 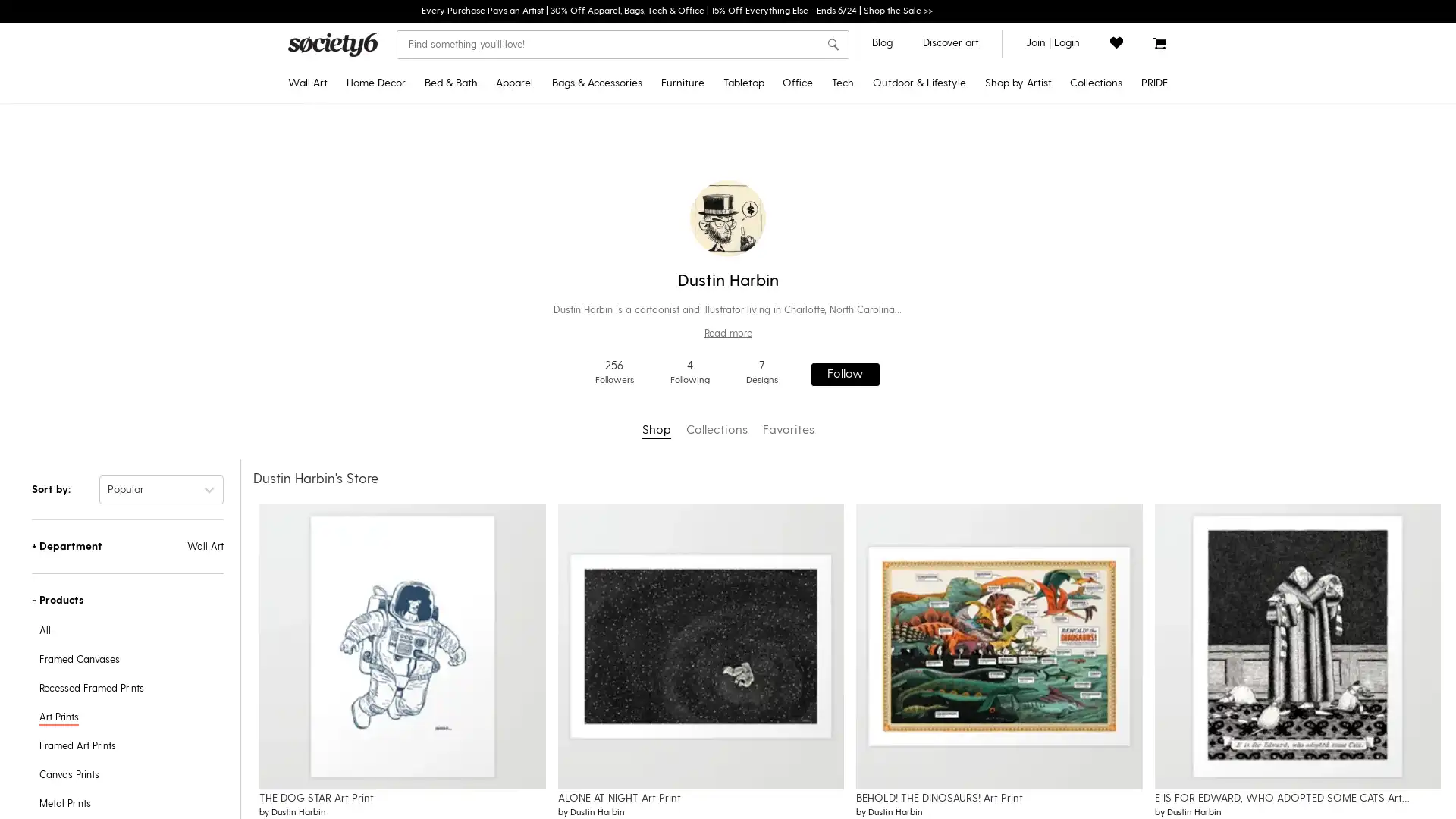 I want to click on Mini Art Prints, so click(x=356, y=390).